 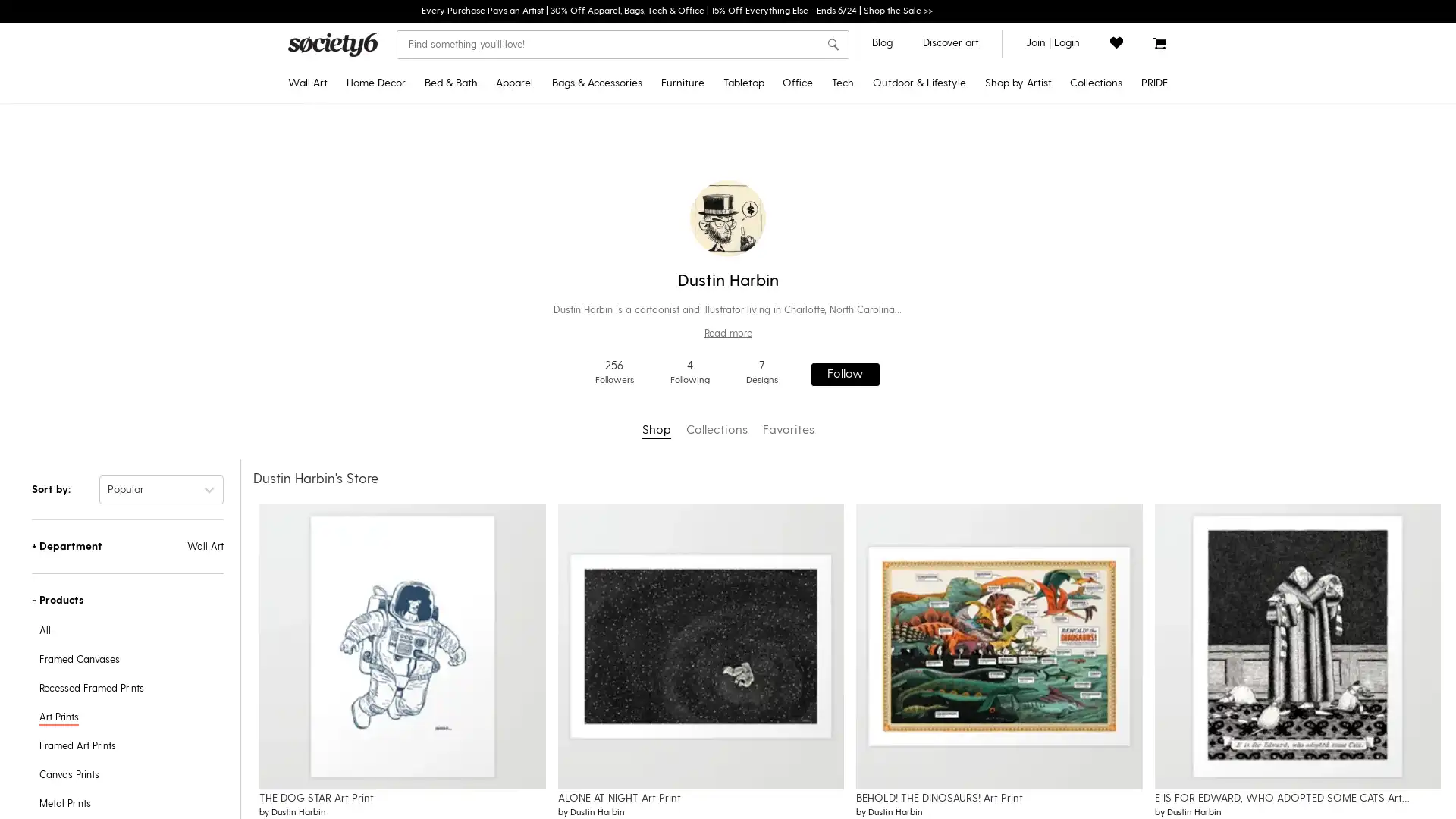 I want to click on Mini Art Prints, so click(x=356, y=390).